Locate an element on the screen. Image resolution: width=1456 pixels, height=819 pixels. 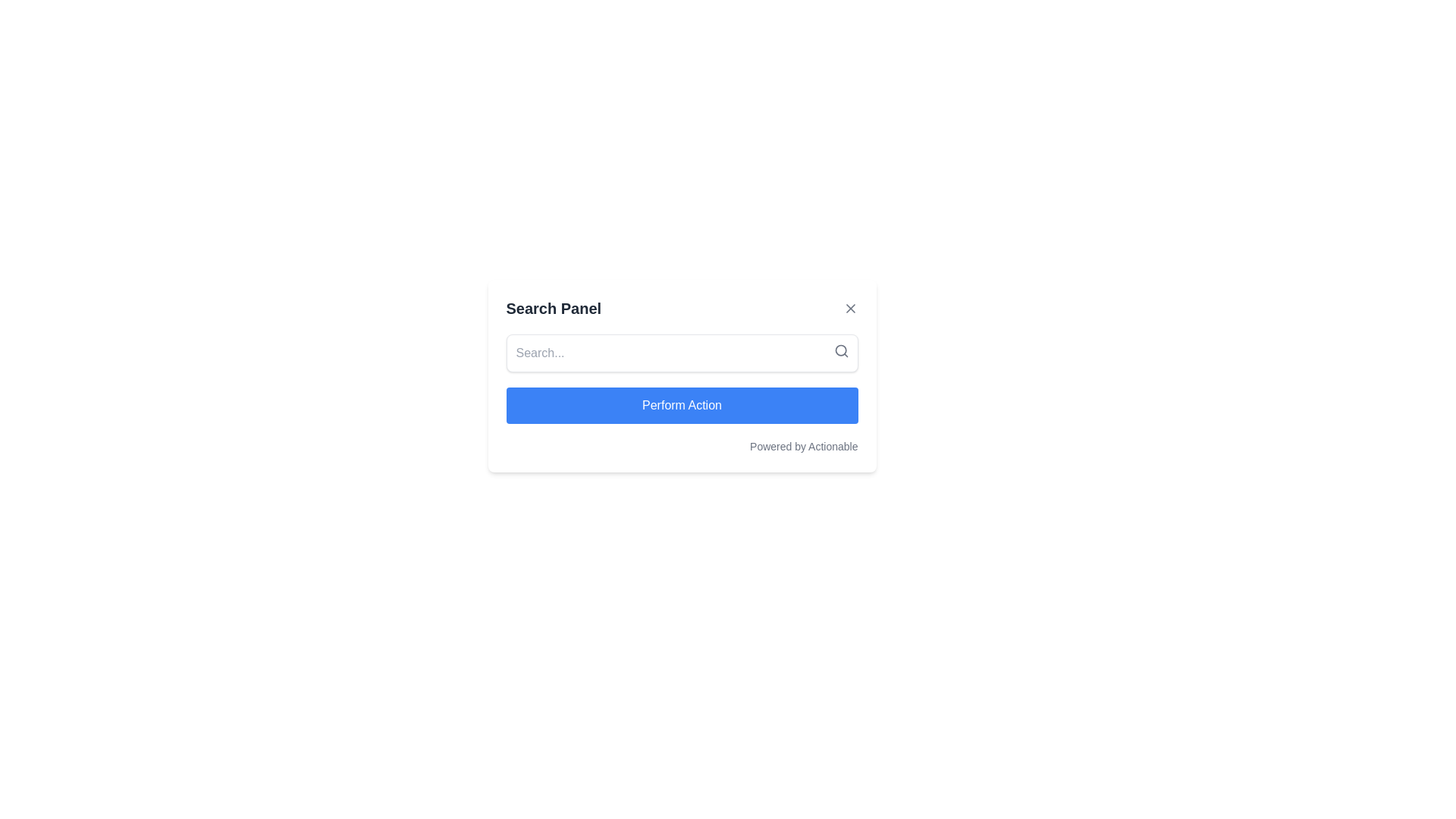
the search action trigger button (styled as an icon) located in the top right corner of the search bar is located at coordinates (840, 350).